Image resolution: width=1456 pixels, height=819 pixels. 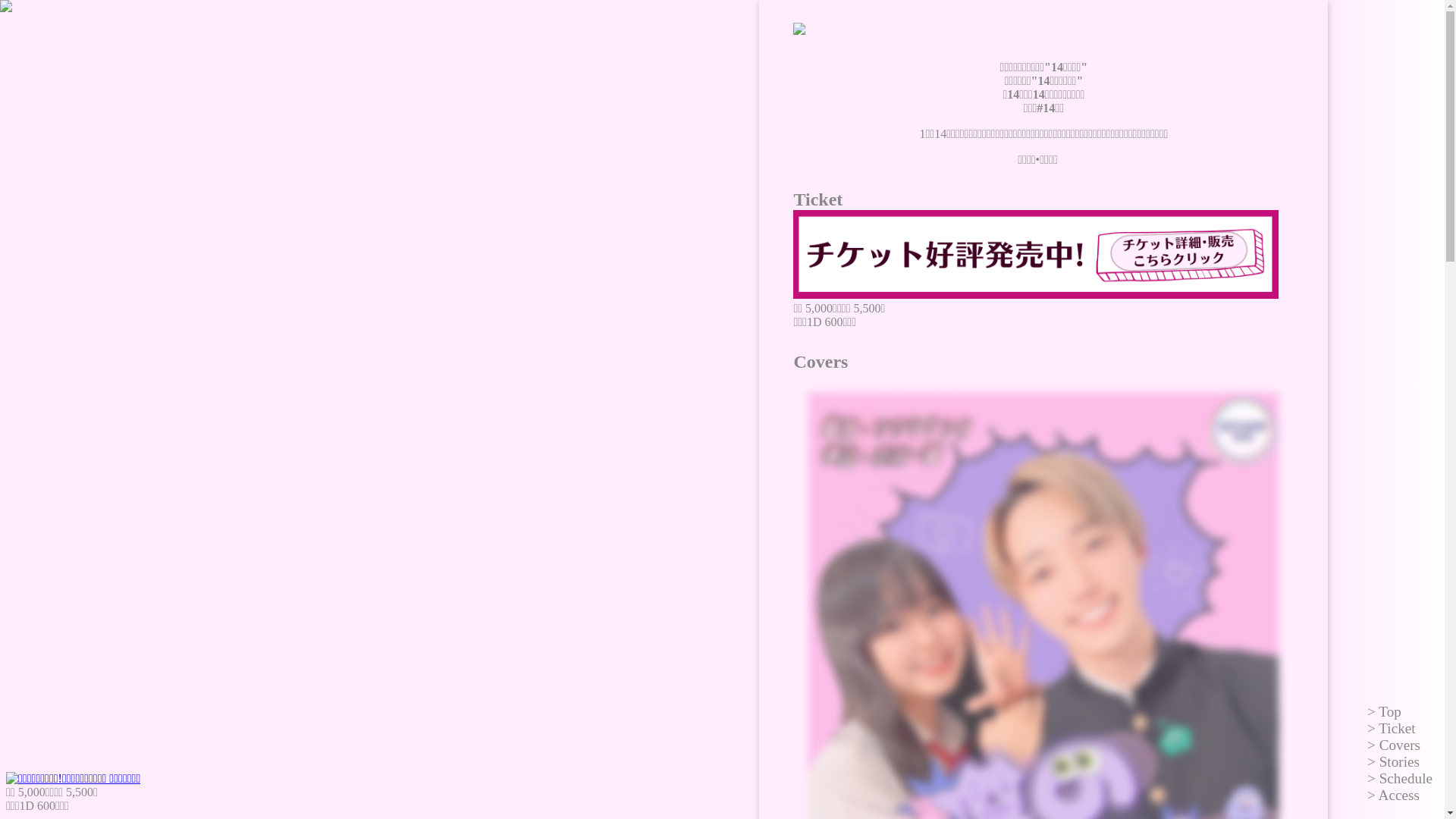 What do you see at coordinates (1394, 744) in the screenshot?
I see `'Covers'` at bounding box center [1394, 744].